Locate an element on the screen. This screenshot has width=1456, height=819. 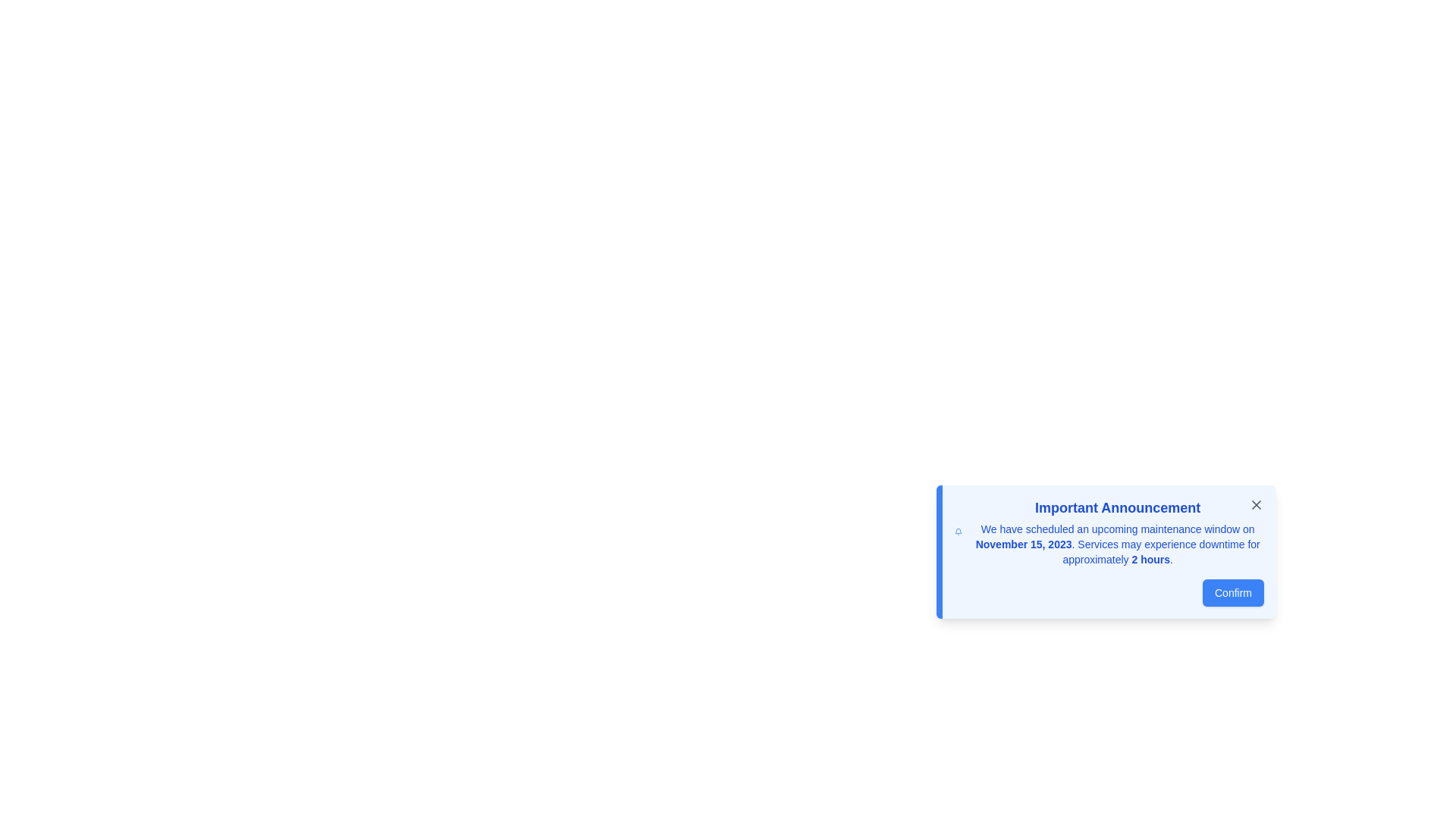
the confirmation button located at the bottom-right corner of the popup card to activate hover effects is located at coordinates (1233, 592).